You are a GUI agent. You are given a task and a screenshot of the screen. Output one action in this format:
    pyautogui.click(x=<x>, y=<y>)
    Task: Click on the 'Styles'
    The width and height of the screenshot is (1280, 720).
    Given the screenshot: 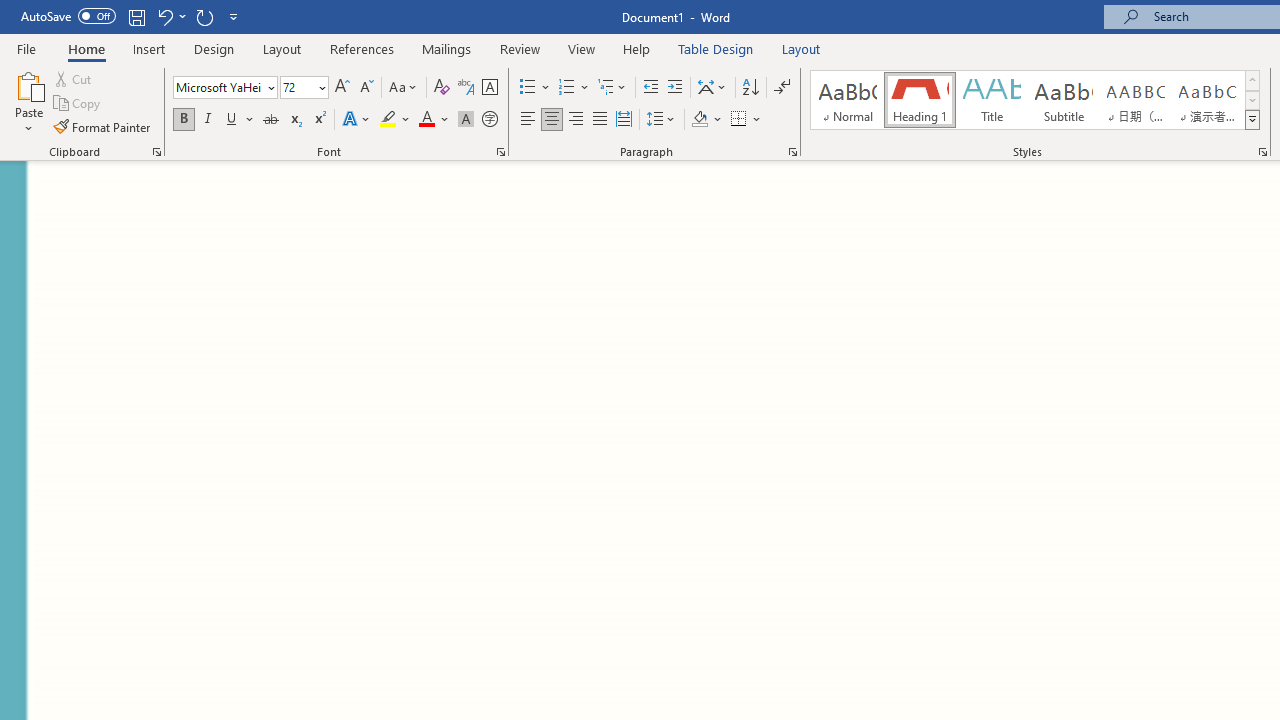 What is the action you would take?
    pyautogui.click(x=1251, y=120)
    